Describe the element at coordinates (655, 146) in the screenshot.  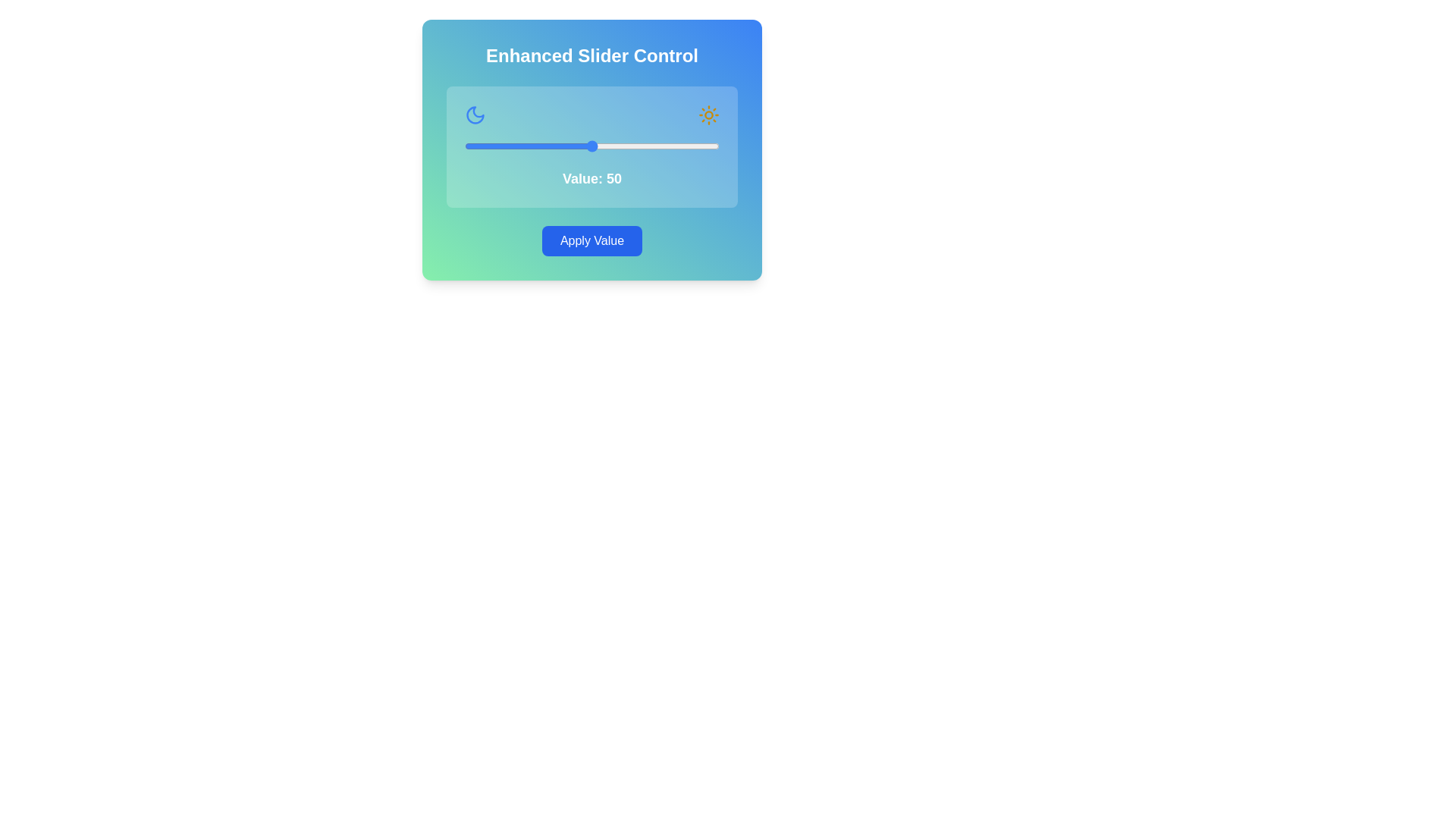
I see `the slider` at that location.